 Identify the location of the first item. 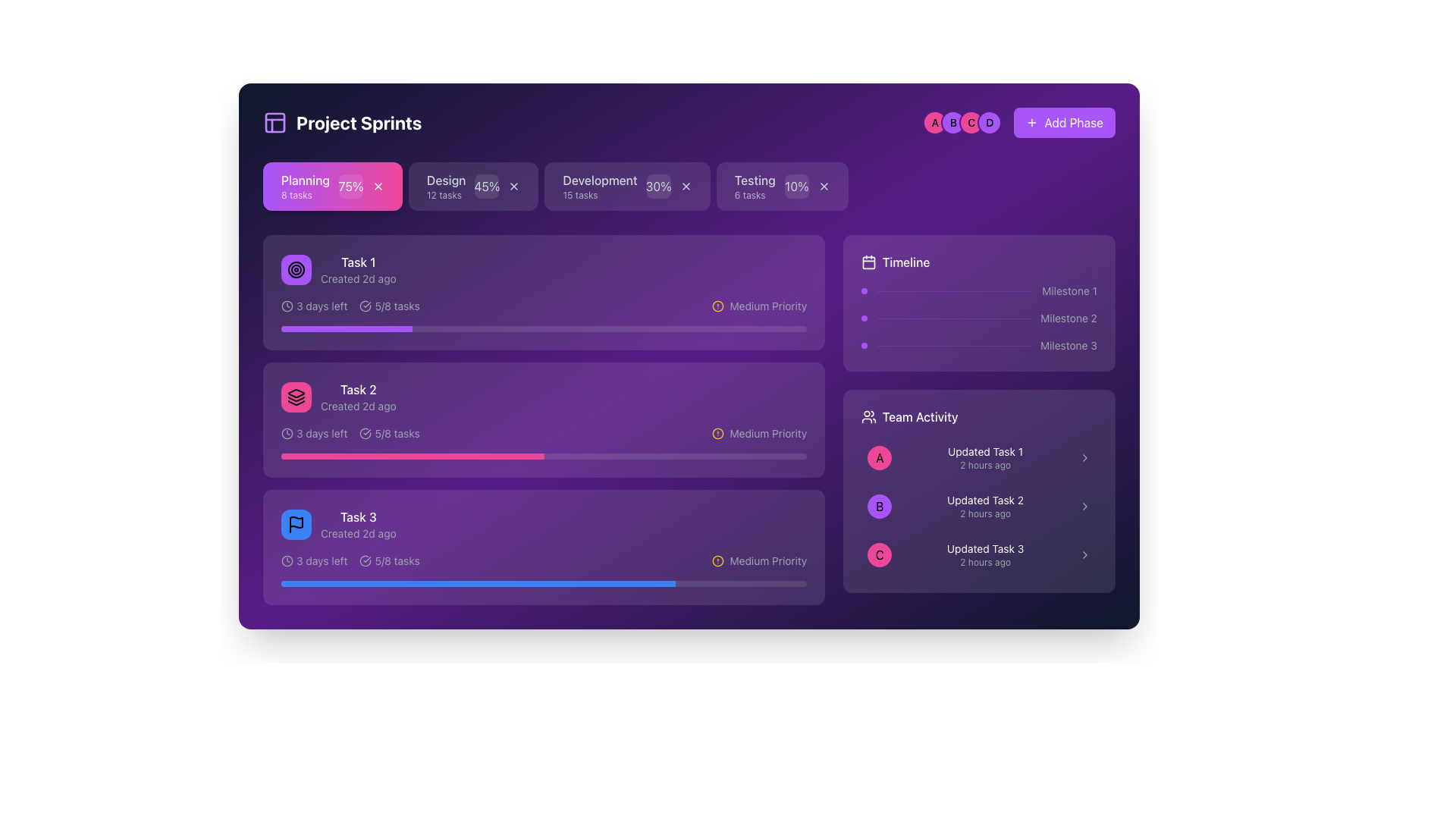
(979, 457).